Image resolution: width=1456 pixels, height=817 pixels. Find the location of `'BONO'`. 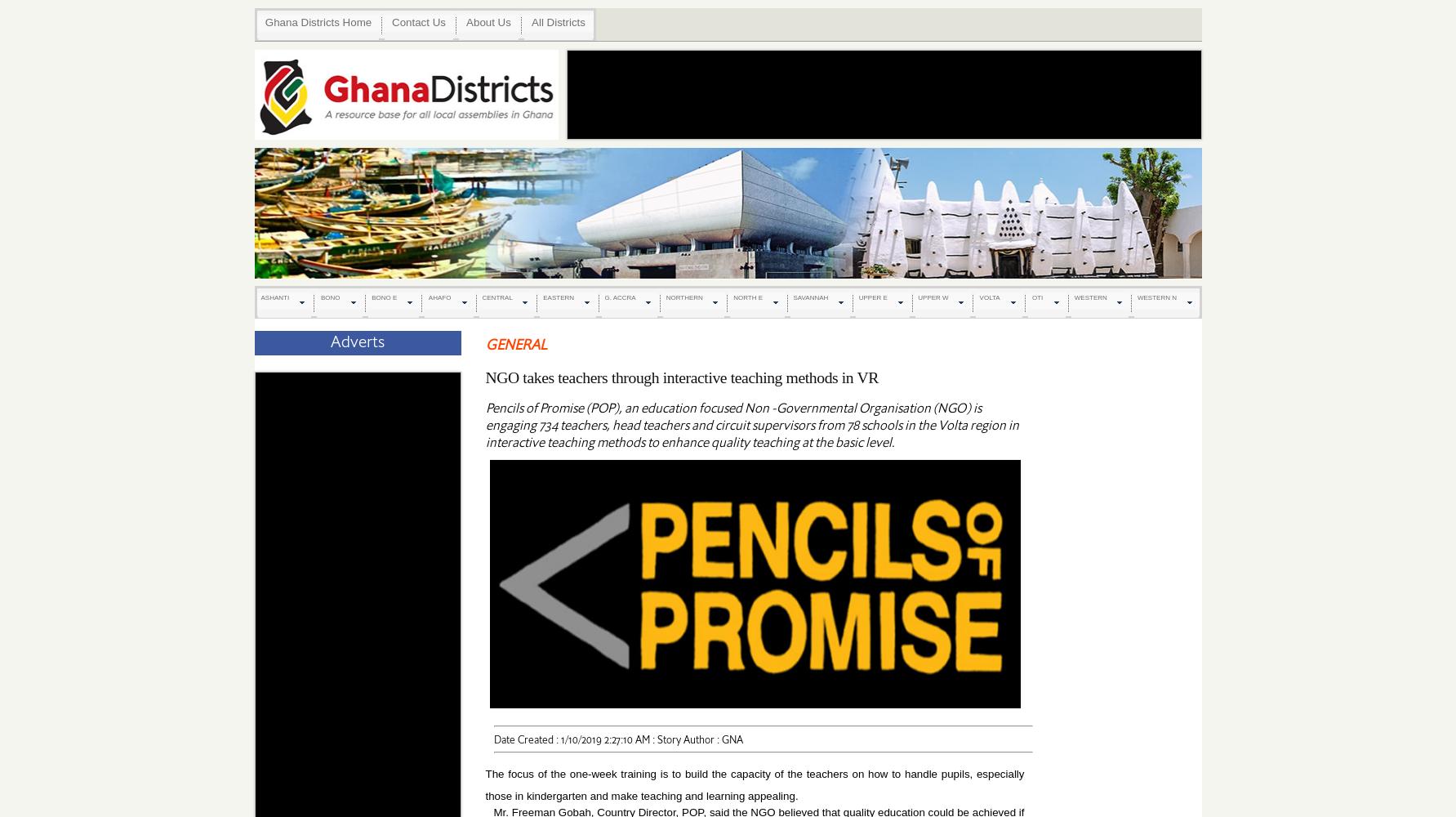

'BONO' is located at coordinates (330, 297).